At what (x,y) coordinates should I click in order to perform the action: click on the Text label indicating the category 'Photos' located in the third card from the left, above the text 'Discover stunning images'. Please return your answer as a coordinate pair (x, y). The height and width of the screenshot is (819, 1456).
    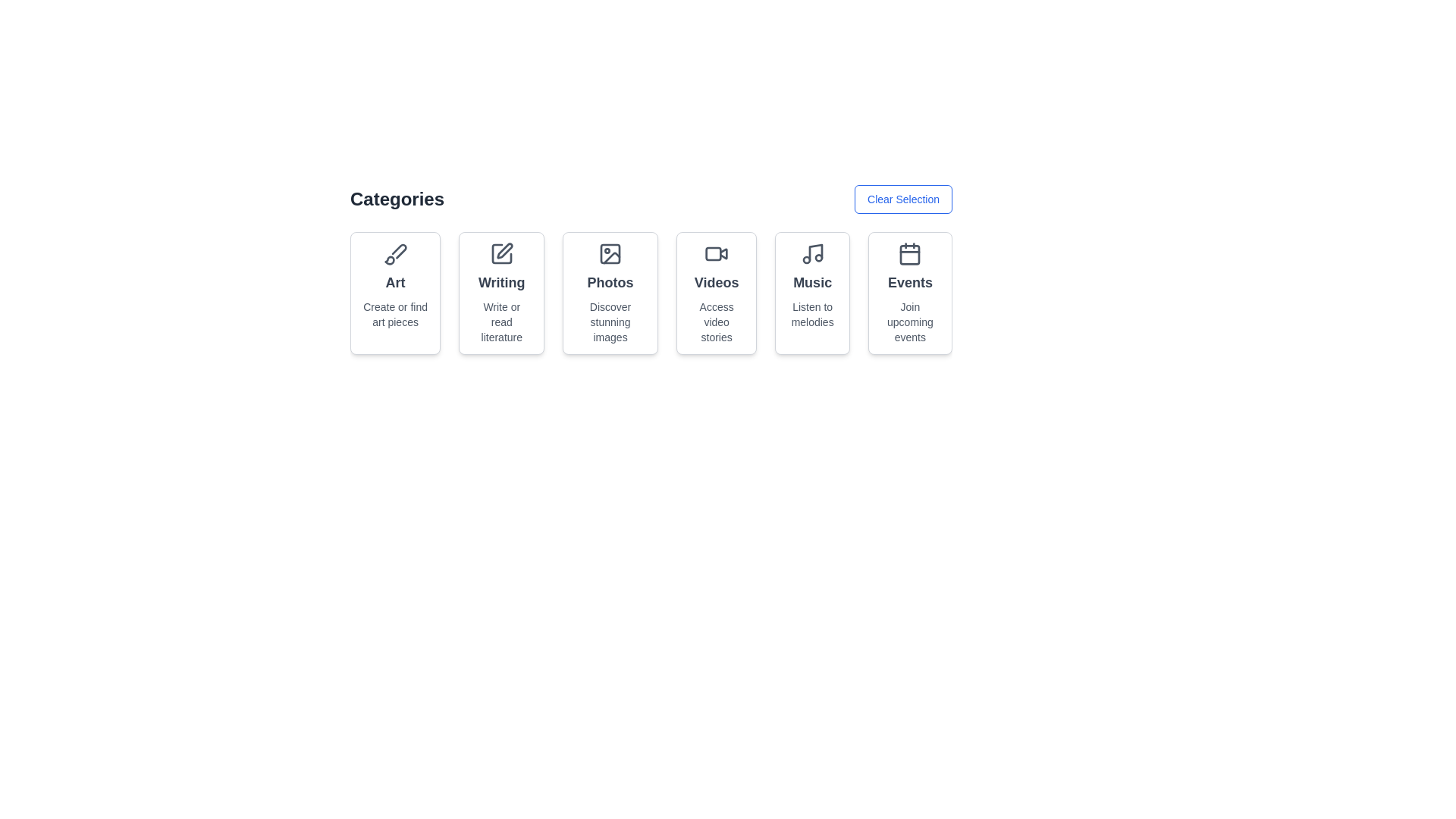
    Looking at the image, I should click on (610, 283).